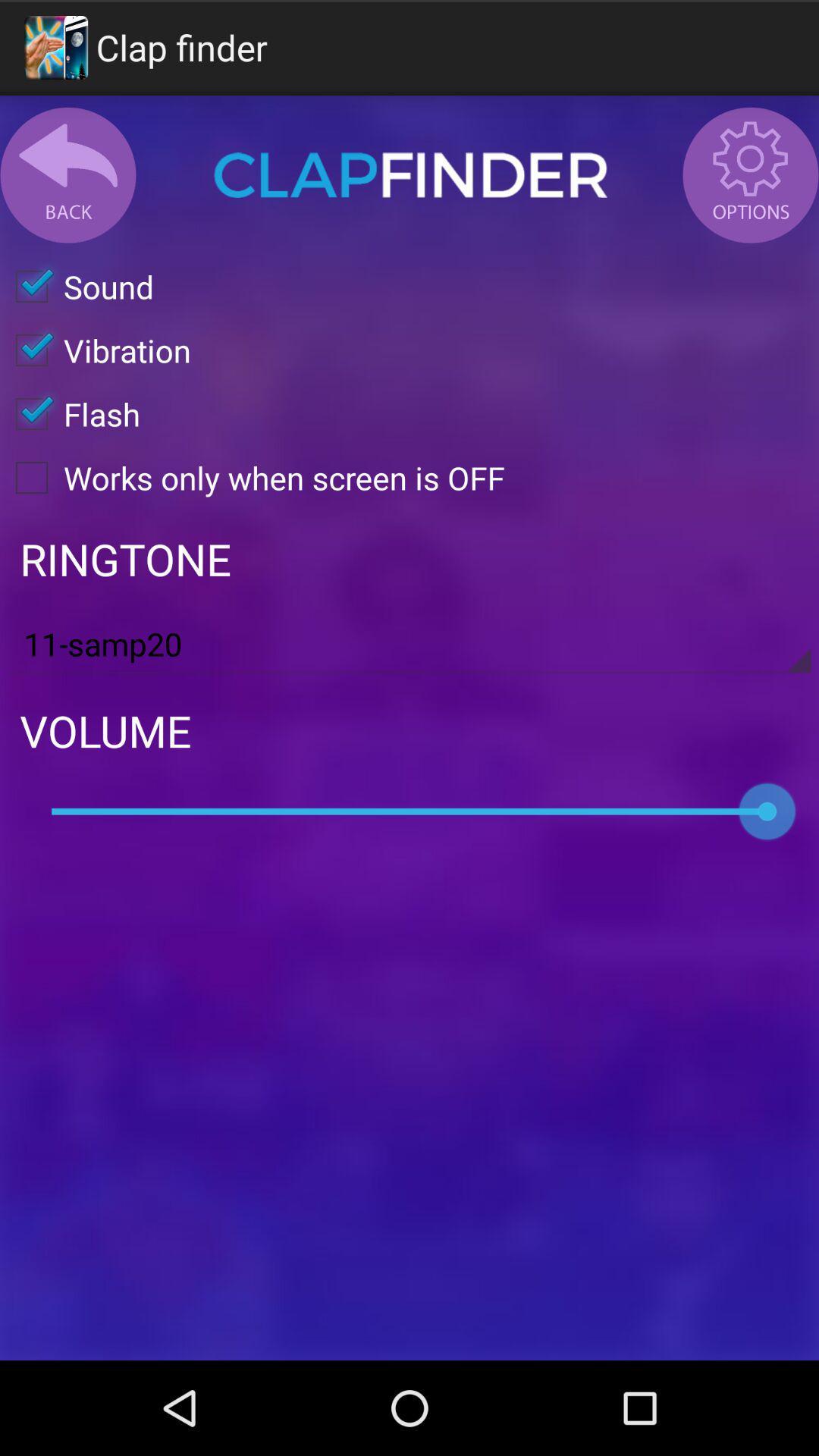 The height and width of the screenshot is (1456, 819). What do you see at coordinates (409, 174) in the screenshot?
I see `item above the sound icon` at bounding box center [409, 174].